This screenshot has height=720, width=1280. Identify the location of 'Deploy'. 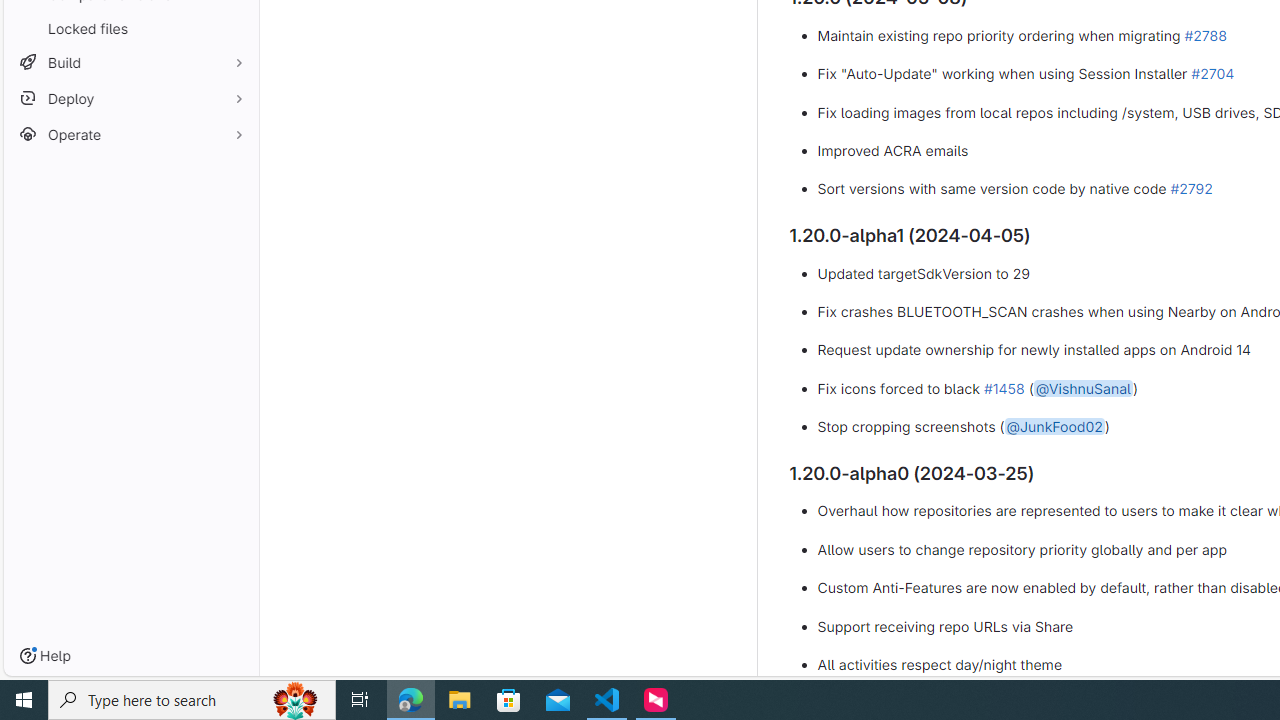
(130, 98).